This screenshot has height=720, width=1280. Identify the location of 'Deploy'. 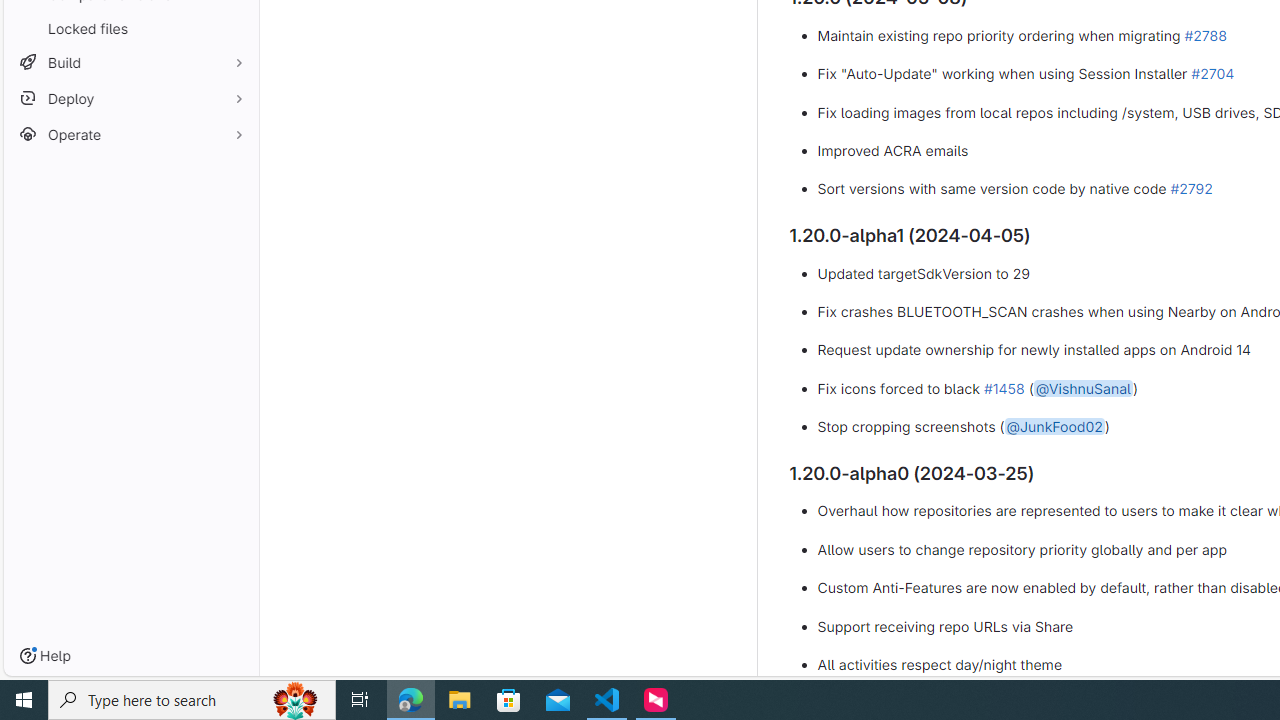
(130, 98).